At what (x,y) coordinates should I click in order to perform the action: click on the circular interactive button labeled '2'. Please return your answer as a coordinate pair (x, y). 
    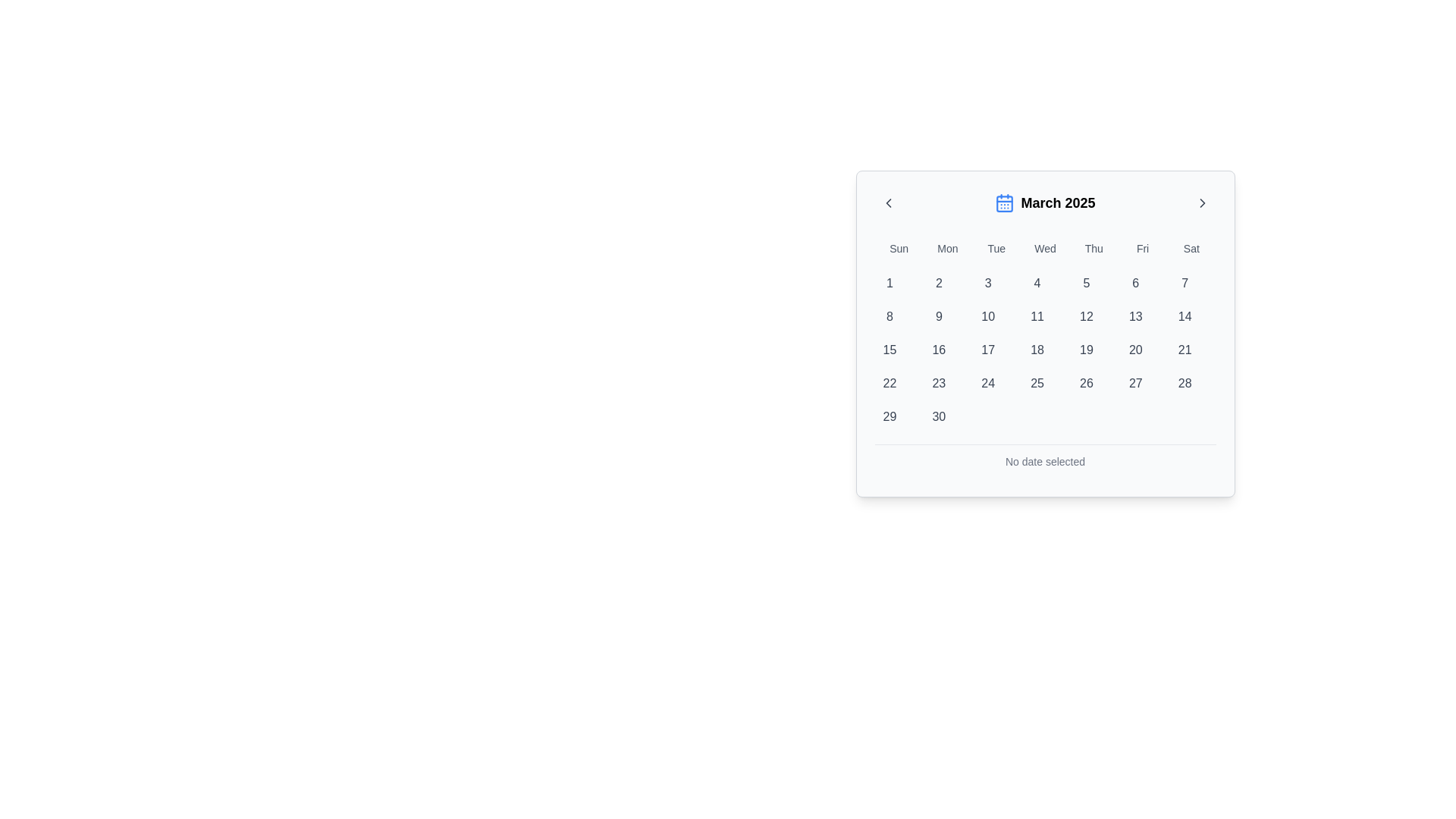
    Looking at the image, I should click on (938, 284).